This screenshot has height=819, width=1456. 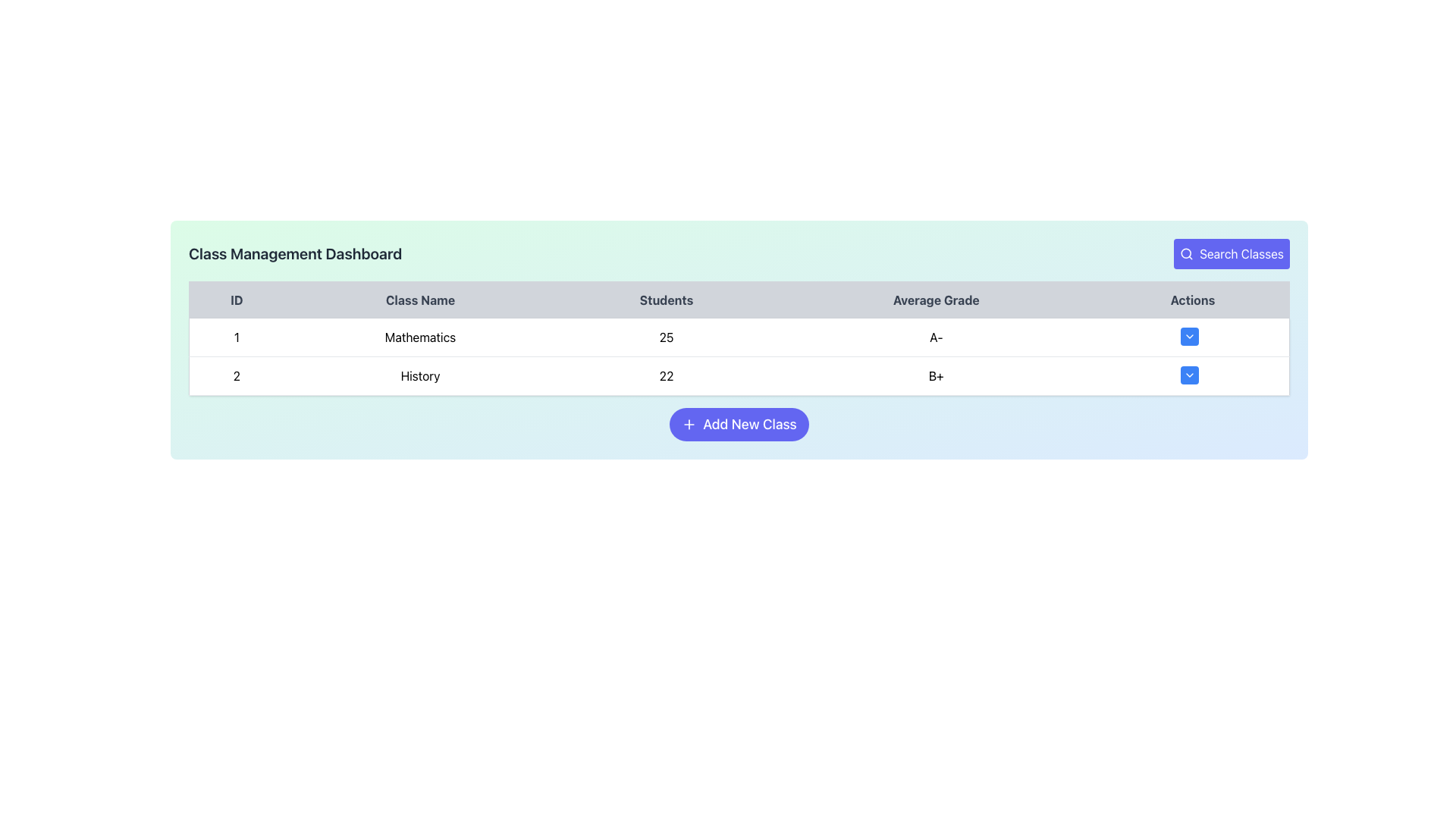 What do you see at coordinates (236, 375) in the screenshot?
I see `the text element representing the identifier for the second entry in the table, located in the second row and first column under the 'ID' header` at bounding box center [236, 375].